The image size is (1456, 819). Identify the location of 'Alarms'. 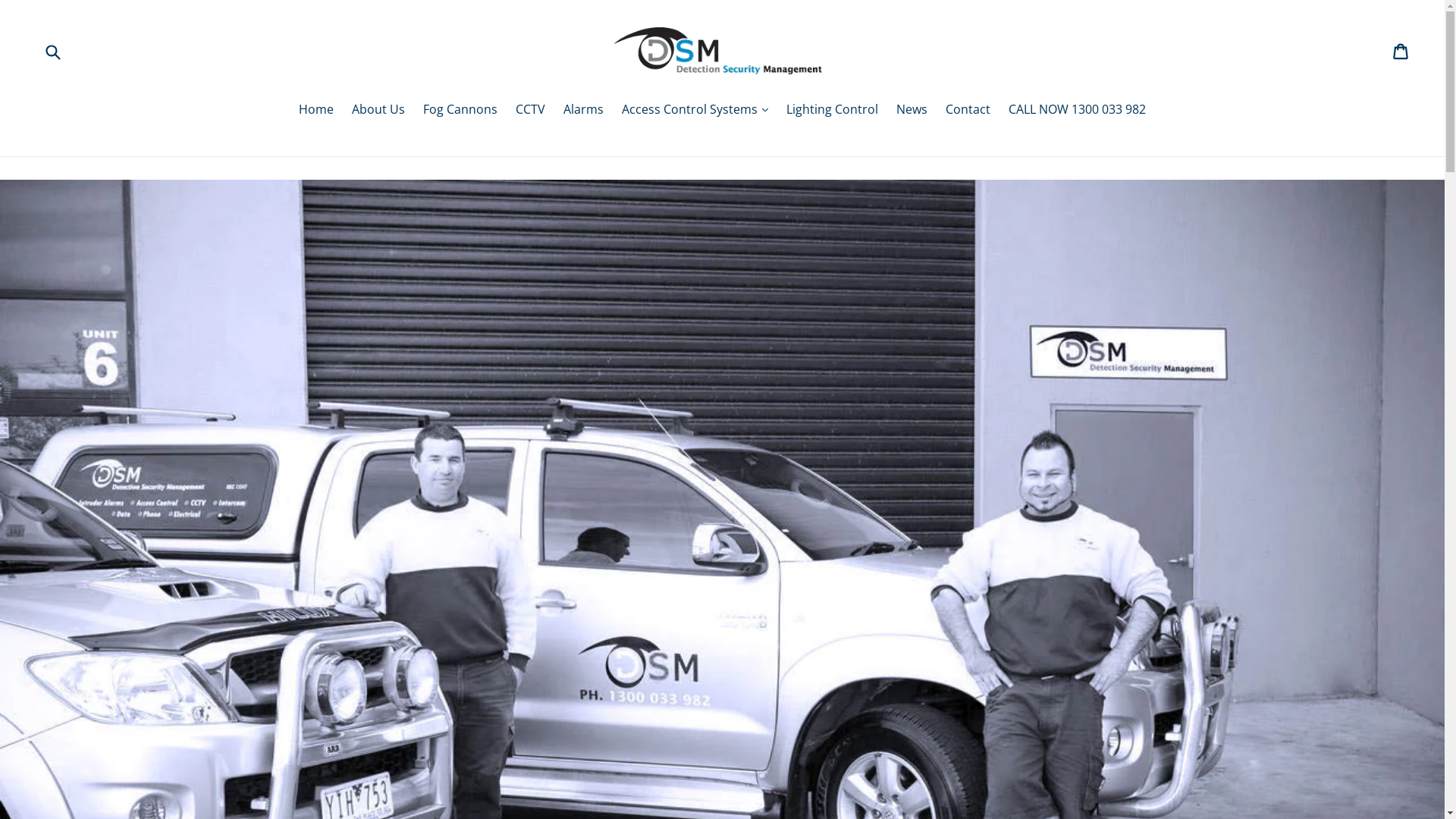
(555, 109).